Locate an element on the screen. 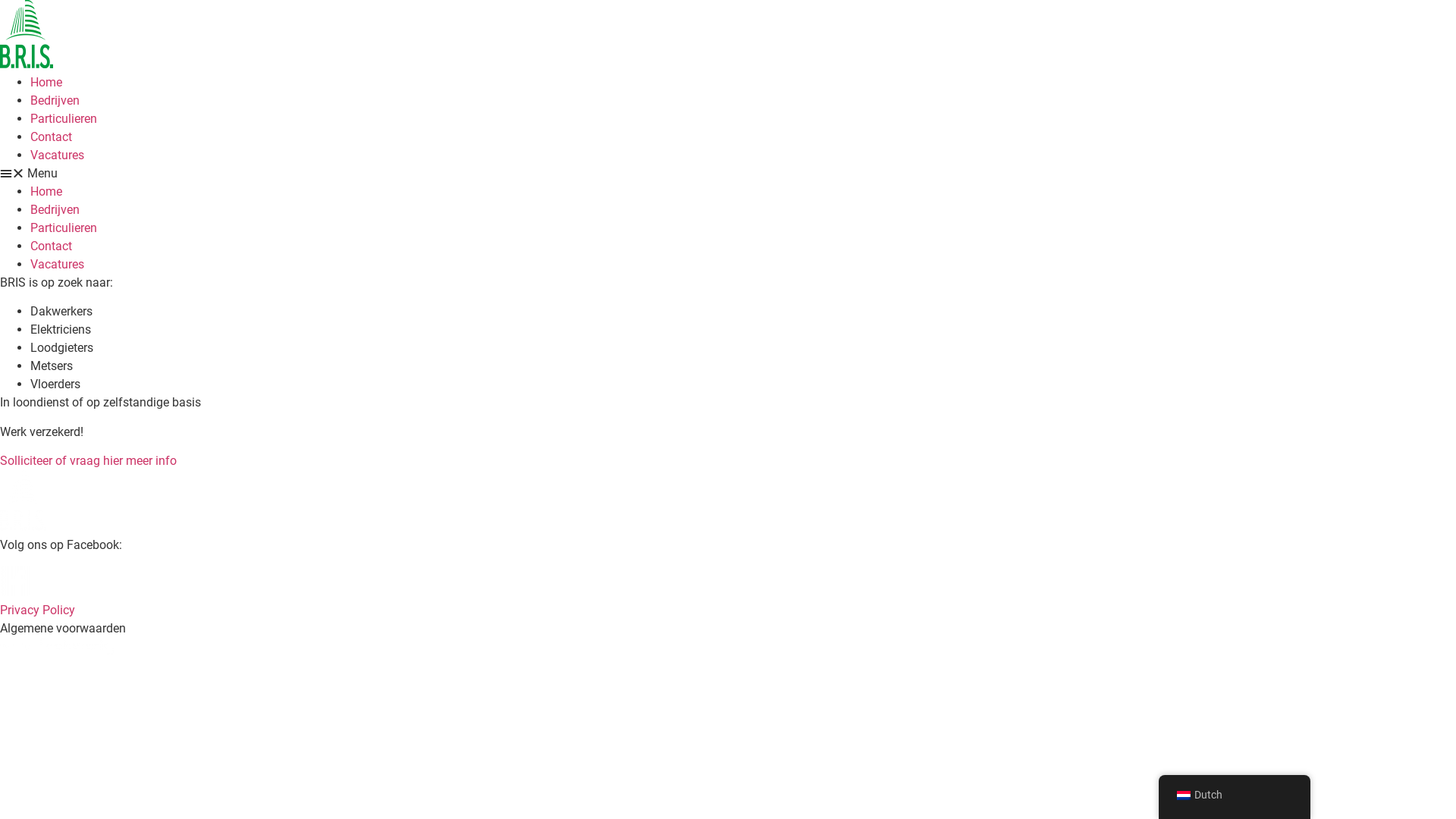 The image size is (1456, 819). 'Particulieren' is located at coordinates (30, 227).